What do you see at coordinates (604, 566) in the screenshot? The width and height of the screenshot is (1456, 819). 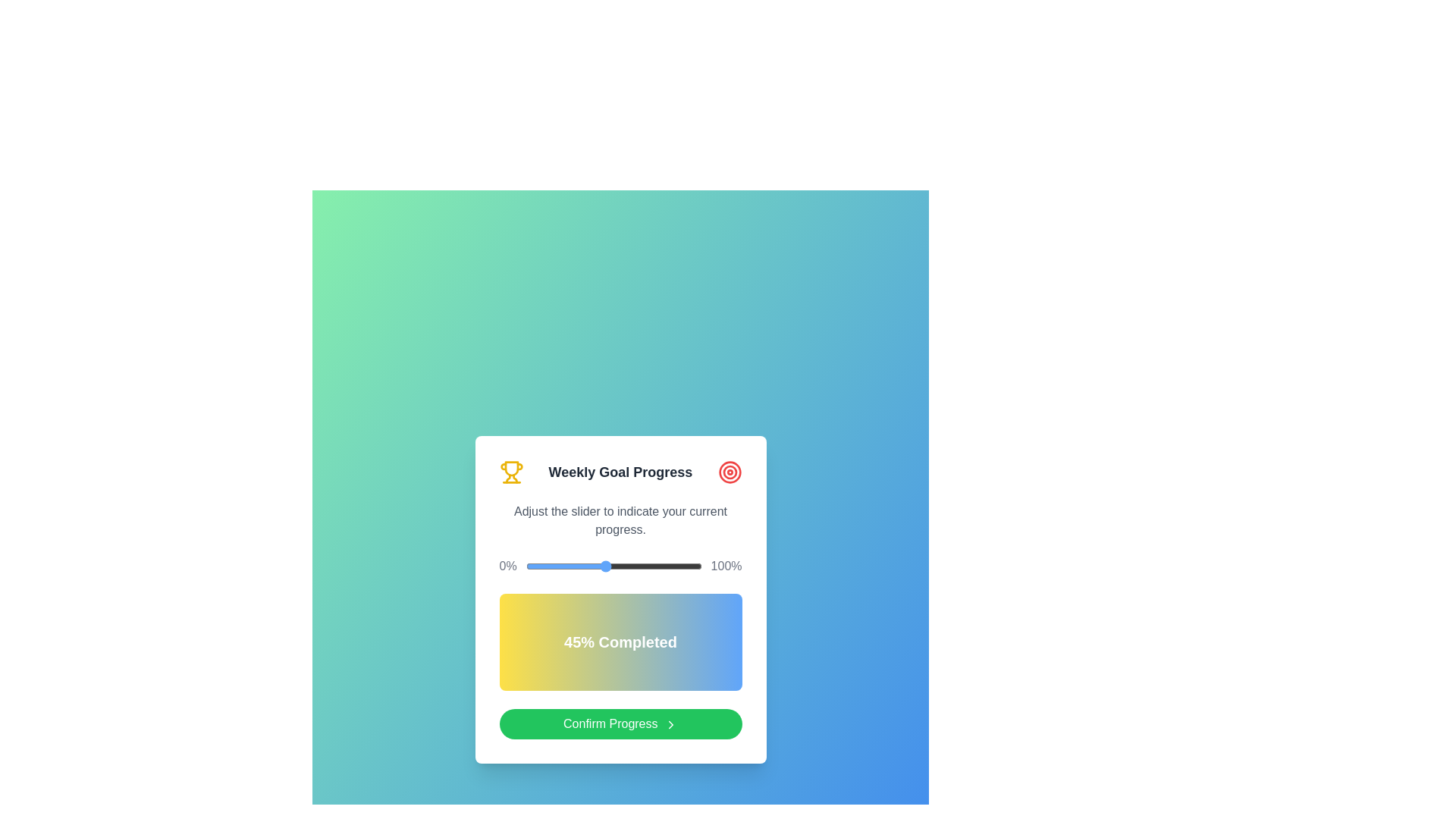 I see `the progress value to 45% by dragging the slider` at bounding box center [604, 566].